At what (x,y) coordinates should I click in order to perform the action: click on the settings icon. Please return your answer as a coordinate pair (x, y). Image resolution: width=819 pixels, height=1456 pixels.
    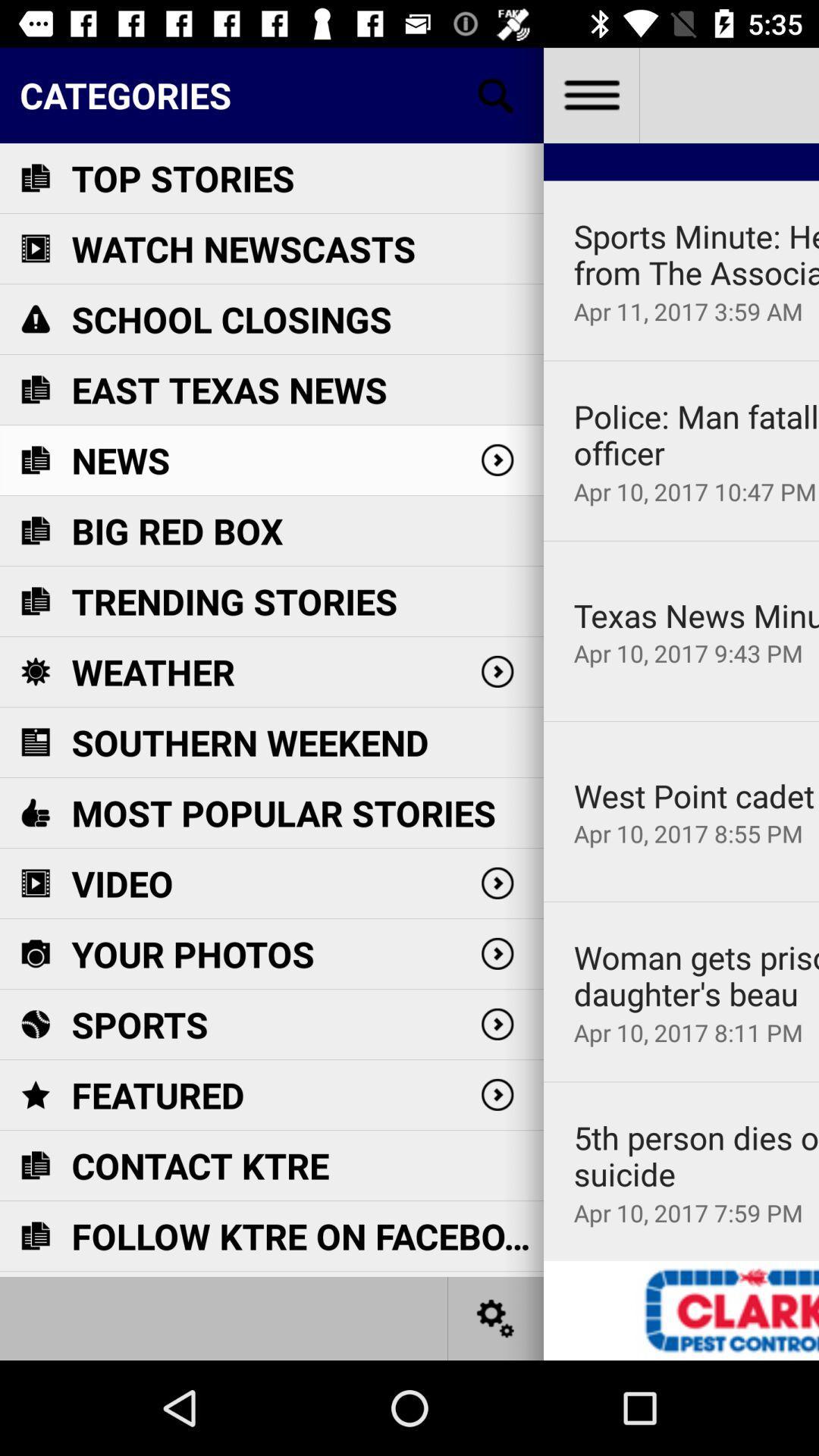
    Looking at the image, I should click on (496, 1317).